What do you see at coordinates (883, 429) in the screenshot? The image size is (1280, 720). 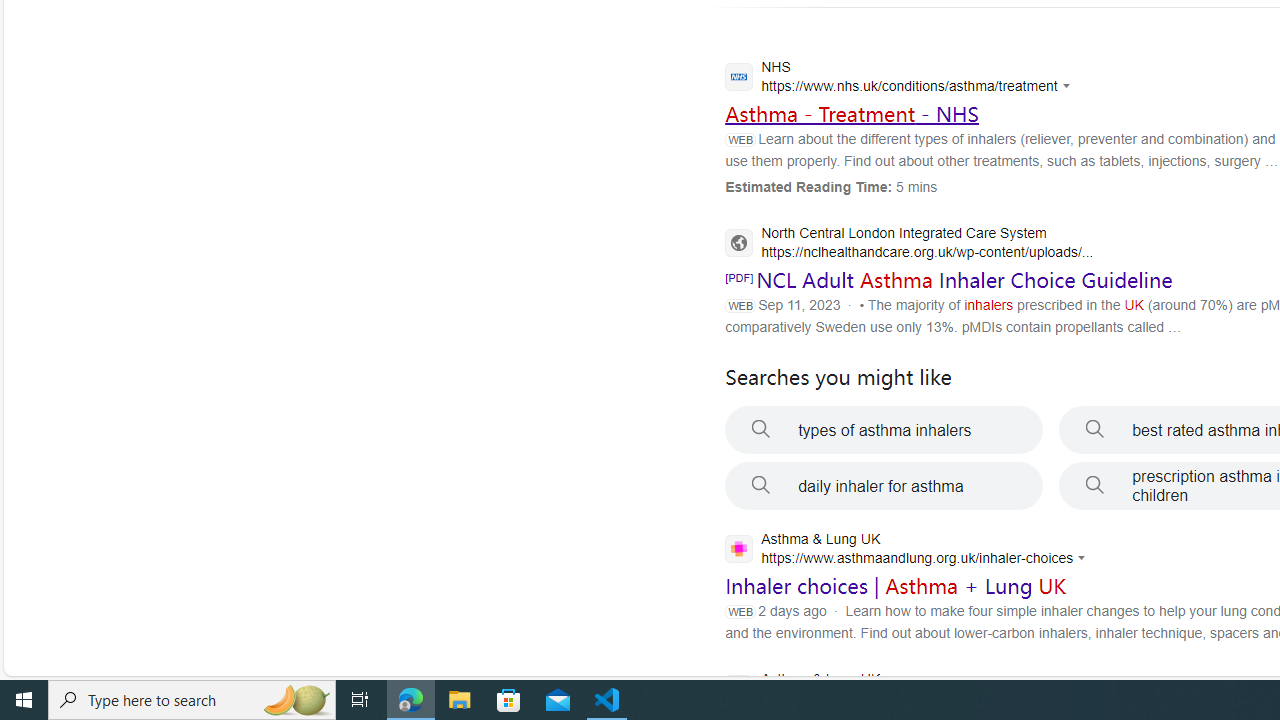 I see `'types of asthma inhalers'` at bounding box center [883, 429].